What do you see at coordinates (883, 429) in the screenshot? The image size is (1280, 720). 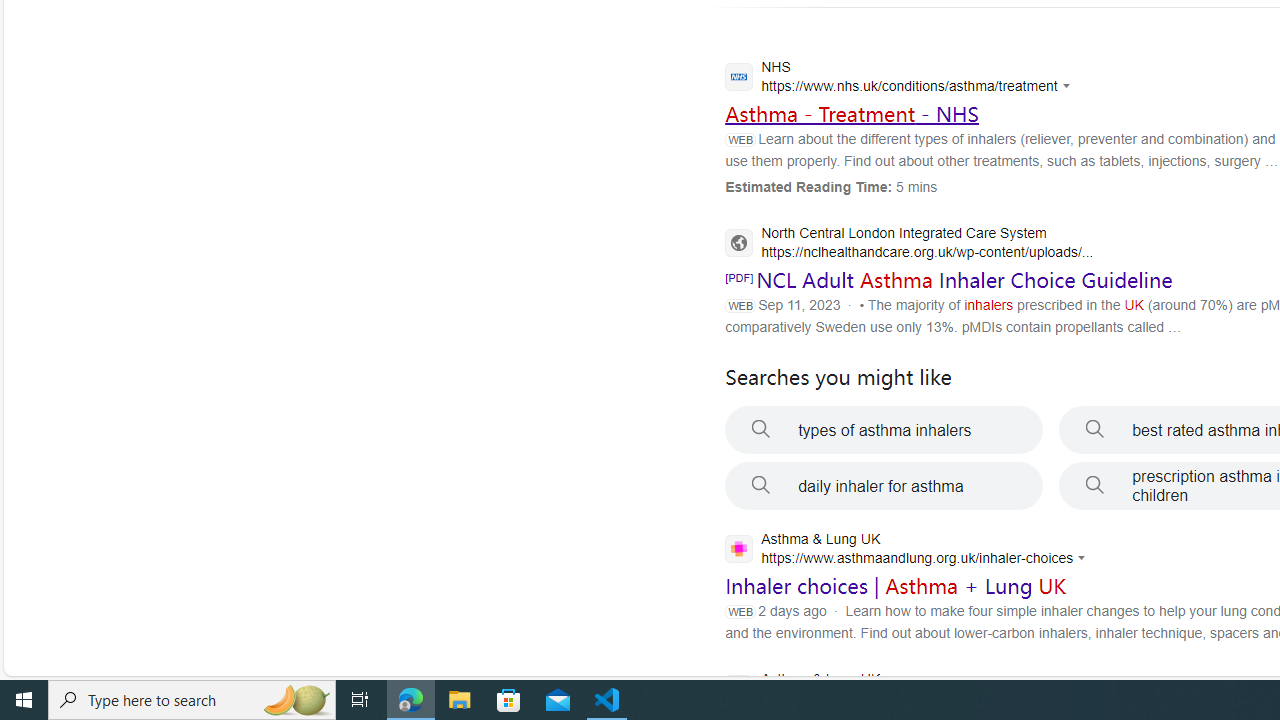 I see `'types of asthma inhalers'` at bounding box center [883, 429].